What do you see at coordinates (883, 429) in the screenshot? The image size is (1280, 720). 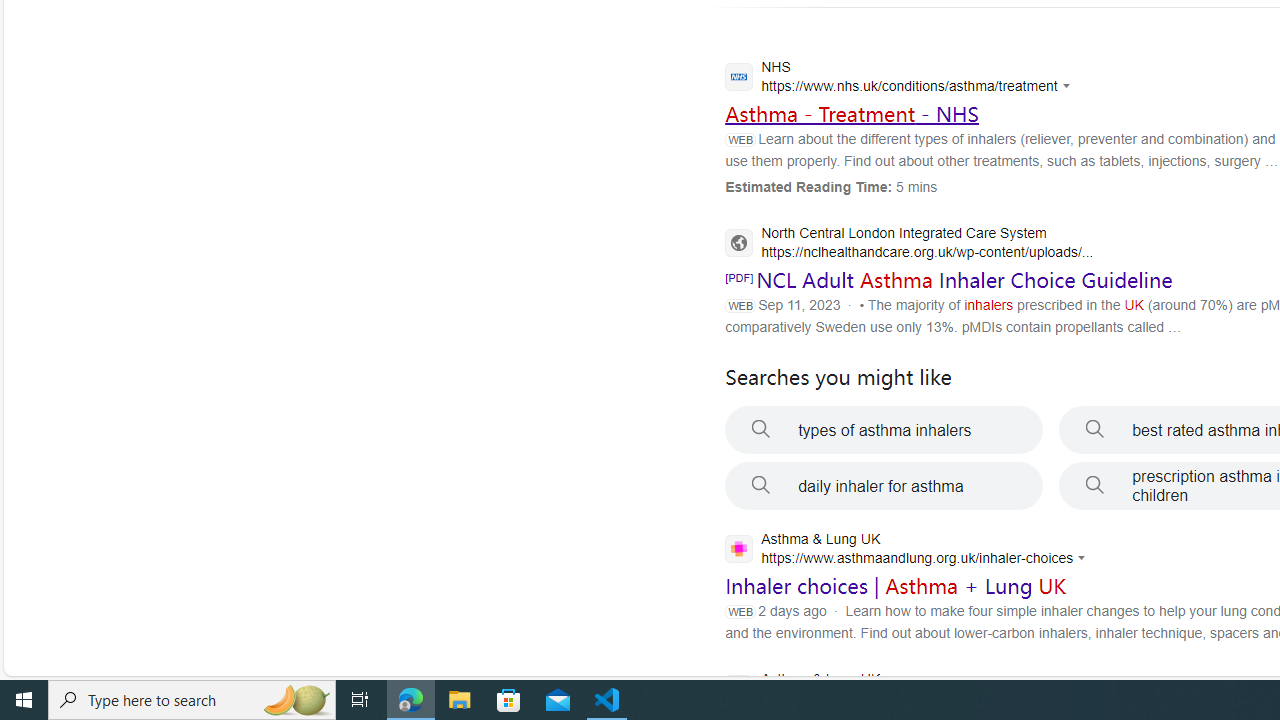 I see `'types of asthma inhalers'` at bounding box center [883, 429].